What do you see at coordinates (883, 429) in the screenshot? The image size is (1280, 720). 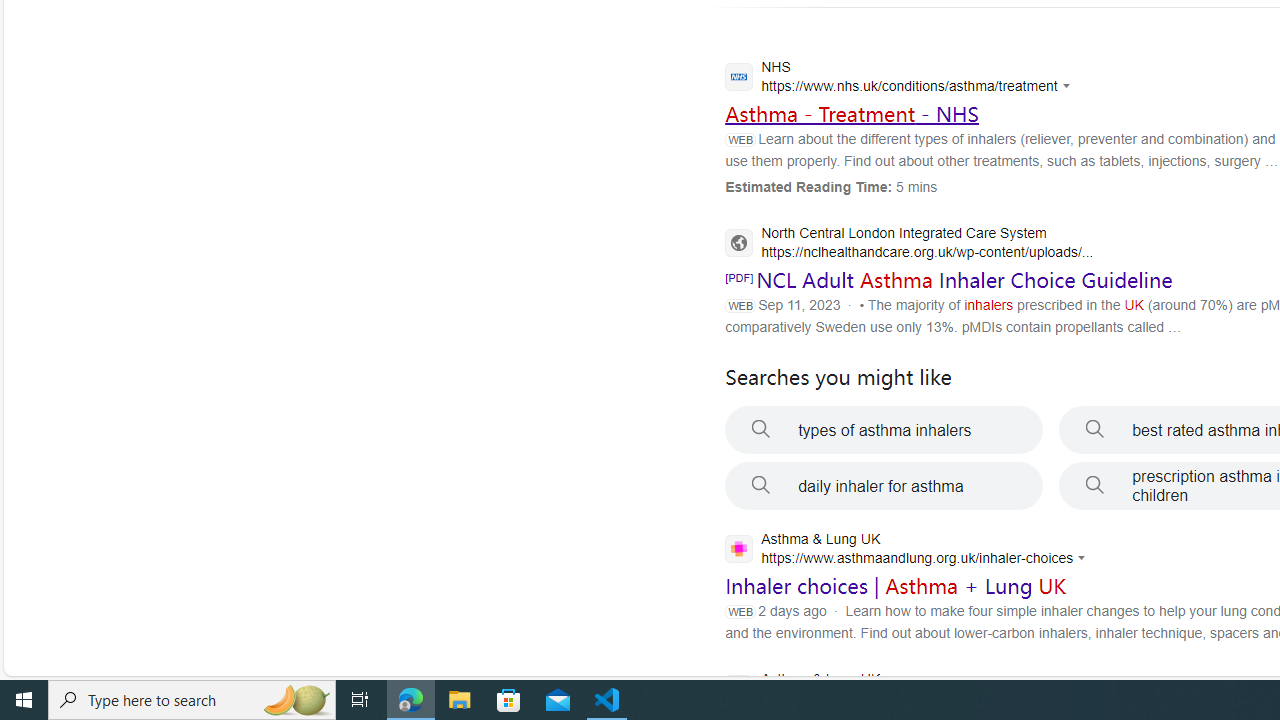 I see `'types of asthma inhalers'` at bounding box center [883, 429].